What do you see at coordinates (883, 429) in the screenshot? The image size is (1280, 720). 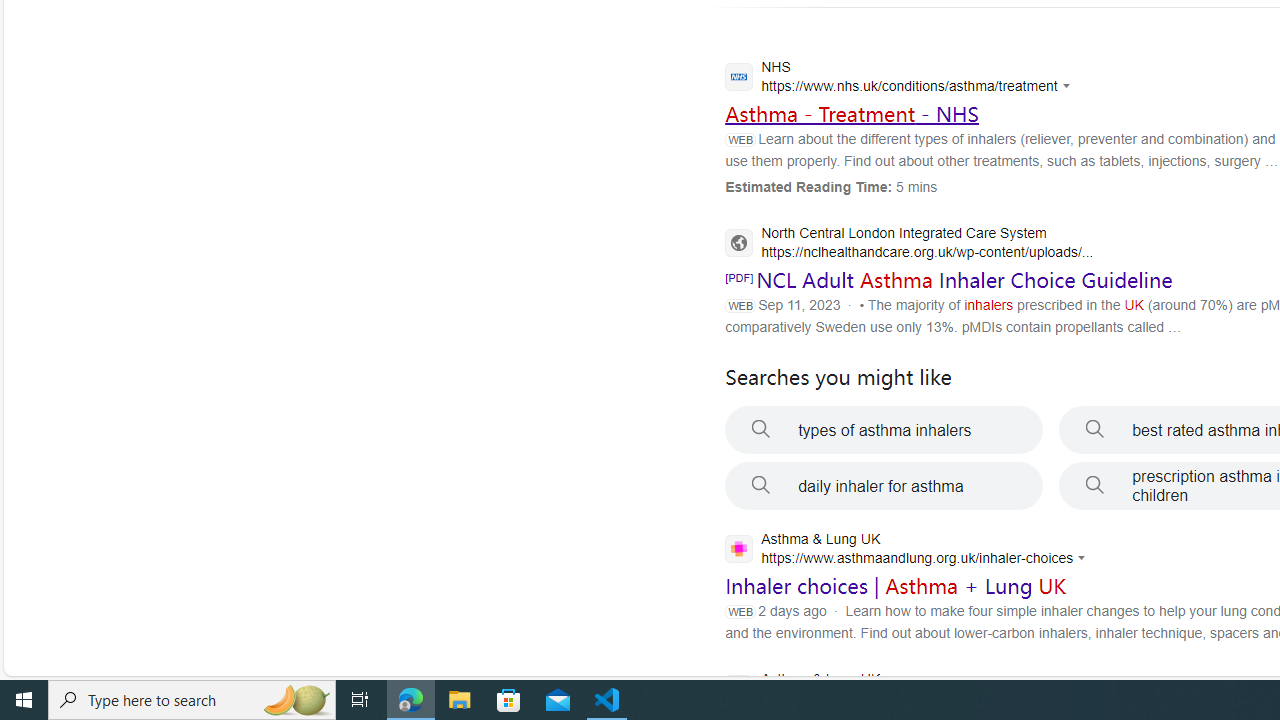 I see `'types of asthma inhalers'` at bounding box center [883, 429].